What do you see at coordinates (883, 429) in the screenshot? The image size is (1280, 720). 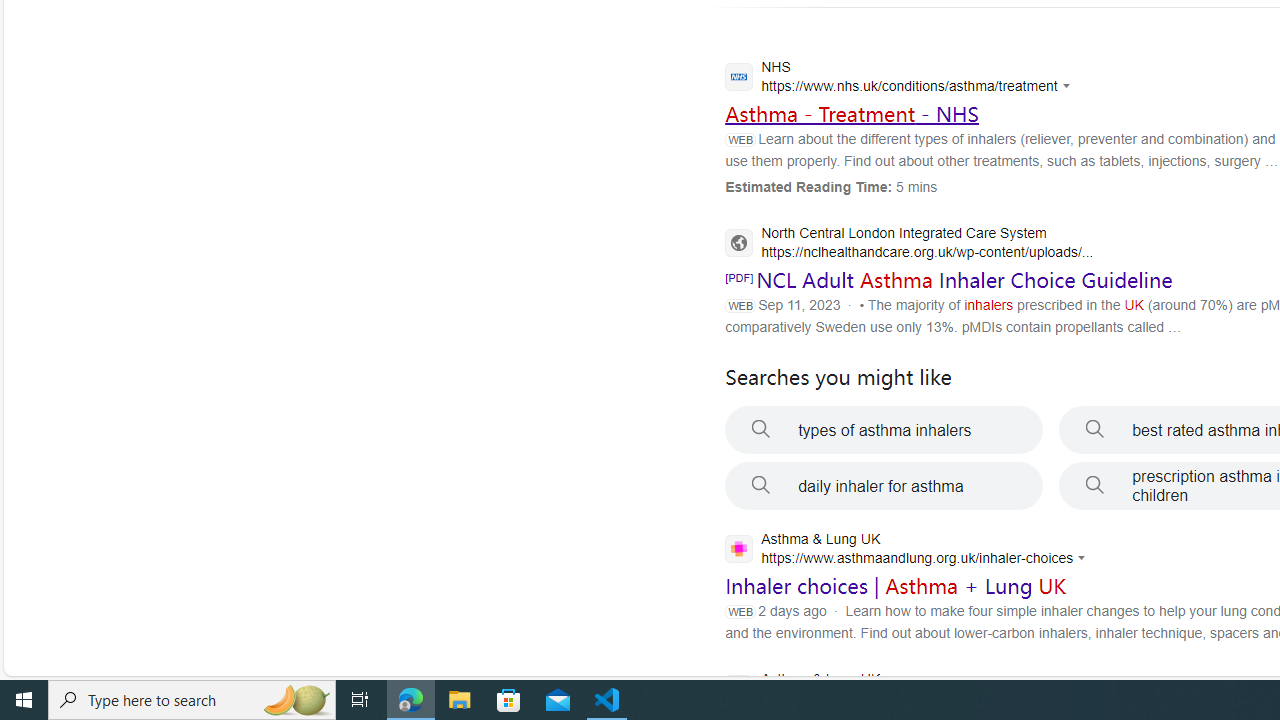 I see `'types of asthma inhalers'` at bounding box center [883, 429].